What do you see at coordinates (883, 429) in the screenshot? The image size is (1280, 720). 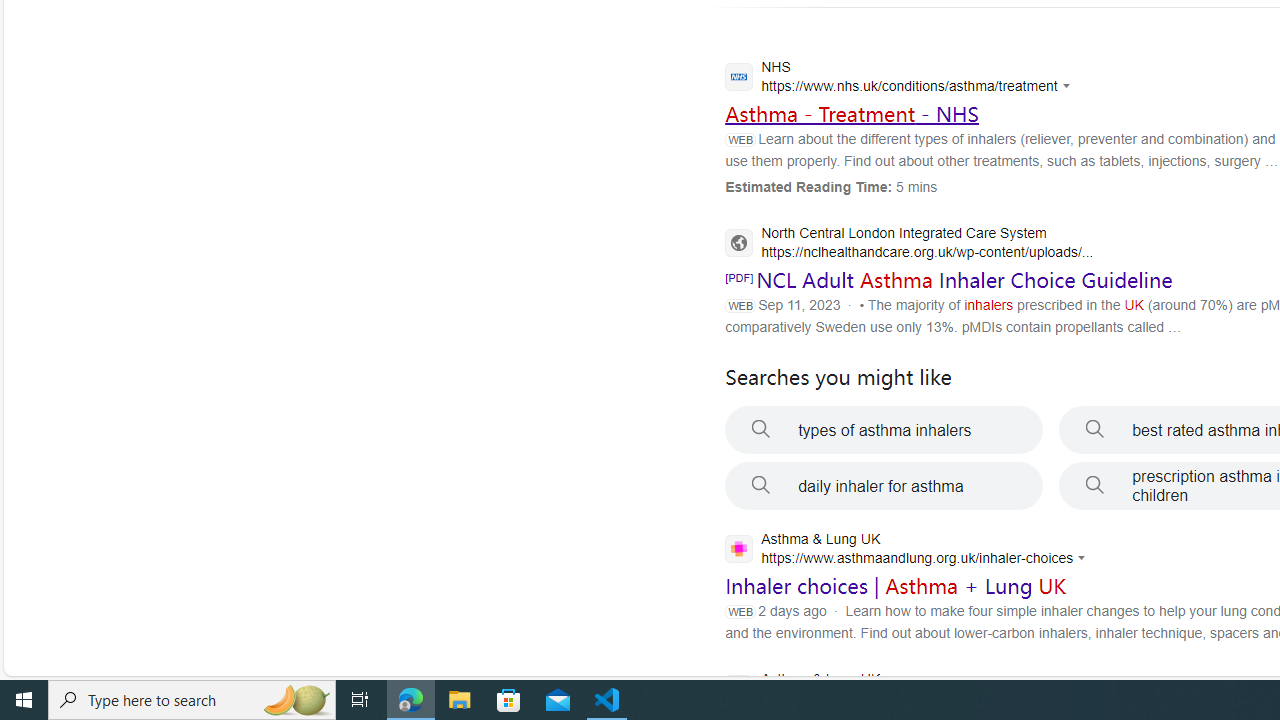 I see `'types of asthma inhalers'` at bounding box center [883, 429].